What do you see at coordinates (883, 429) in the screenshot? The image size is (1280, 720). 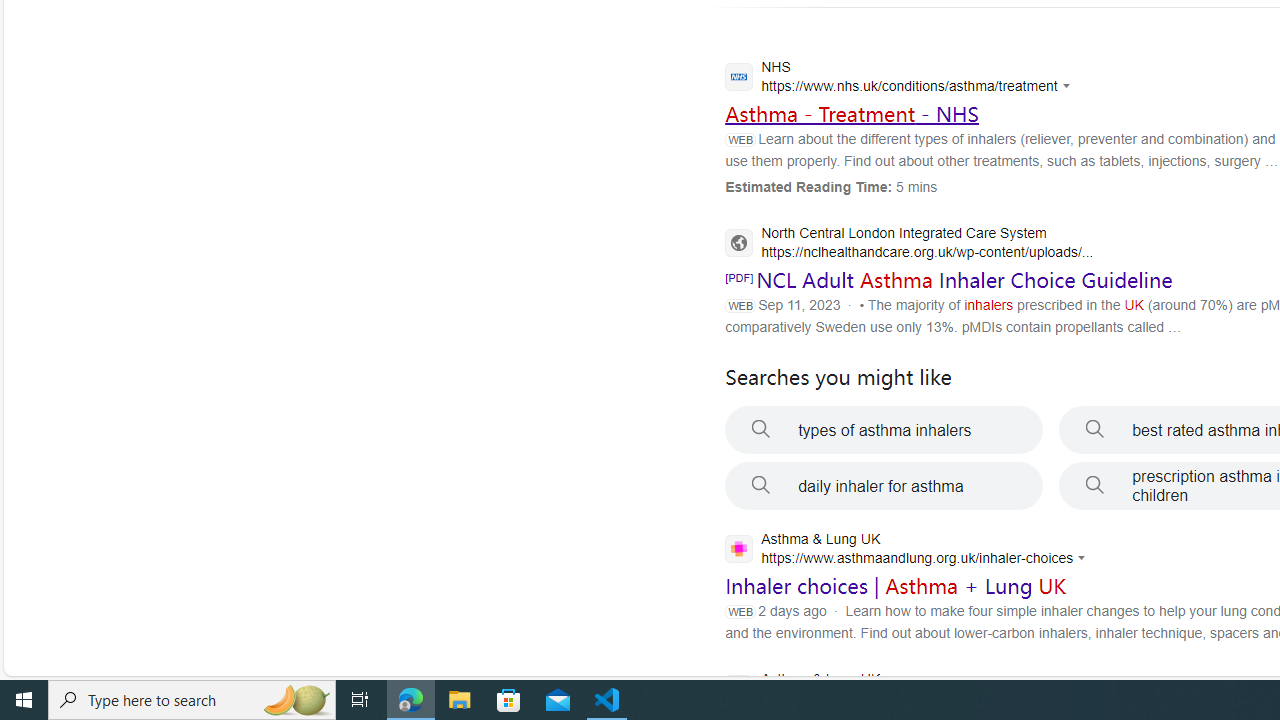 I see `'types of asthma inhalers'` at bounding box center [883, 429].